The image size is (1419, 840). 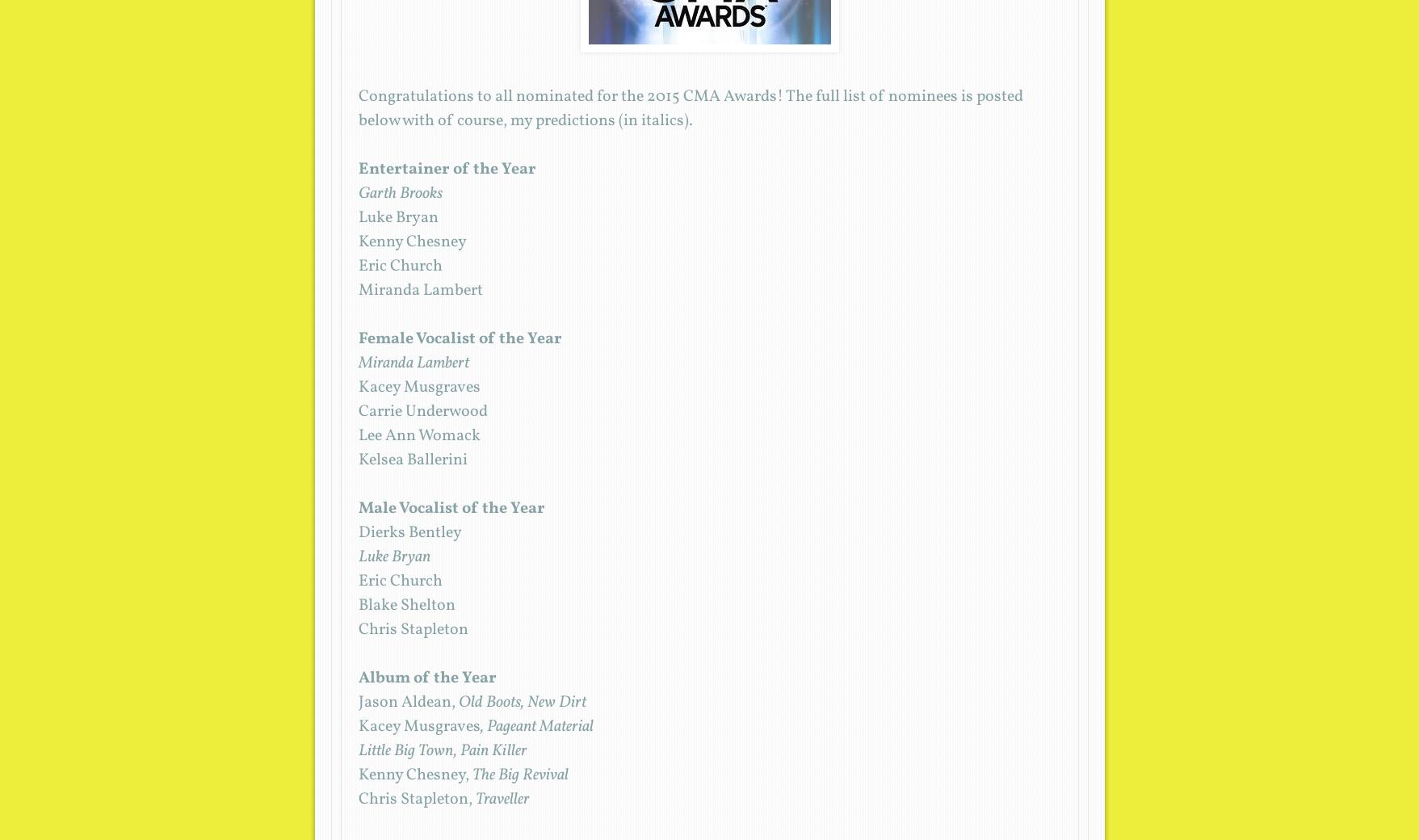 I want to click on 'Entertainer of the Year', so click(x=446, y=169).